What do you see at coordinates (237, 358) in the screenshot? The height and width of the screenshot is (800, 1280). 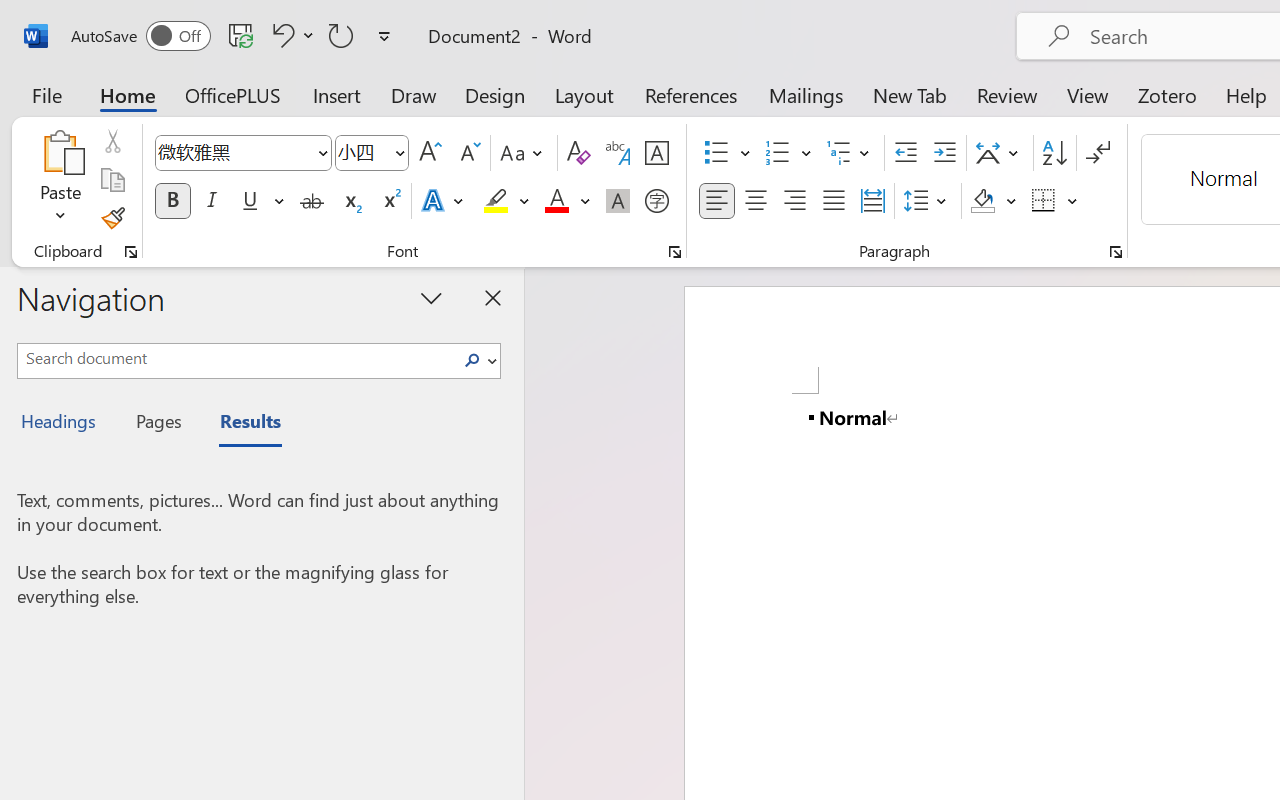 I see `'Search document'` at bounding box center [237, 358].